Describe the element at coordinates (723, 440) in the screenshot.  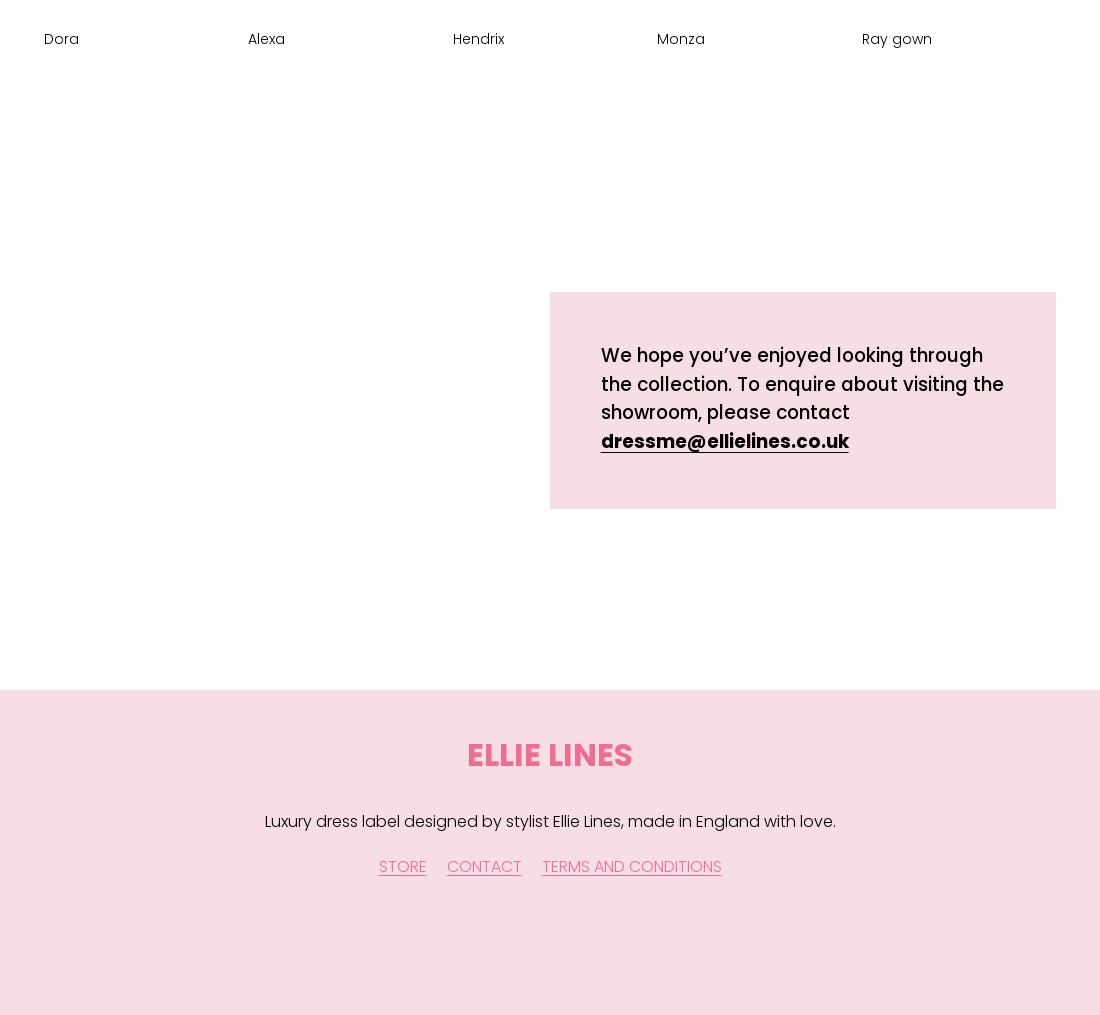
I see `'dressme@ellielines.co.uk'` at that location.